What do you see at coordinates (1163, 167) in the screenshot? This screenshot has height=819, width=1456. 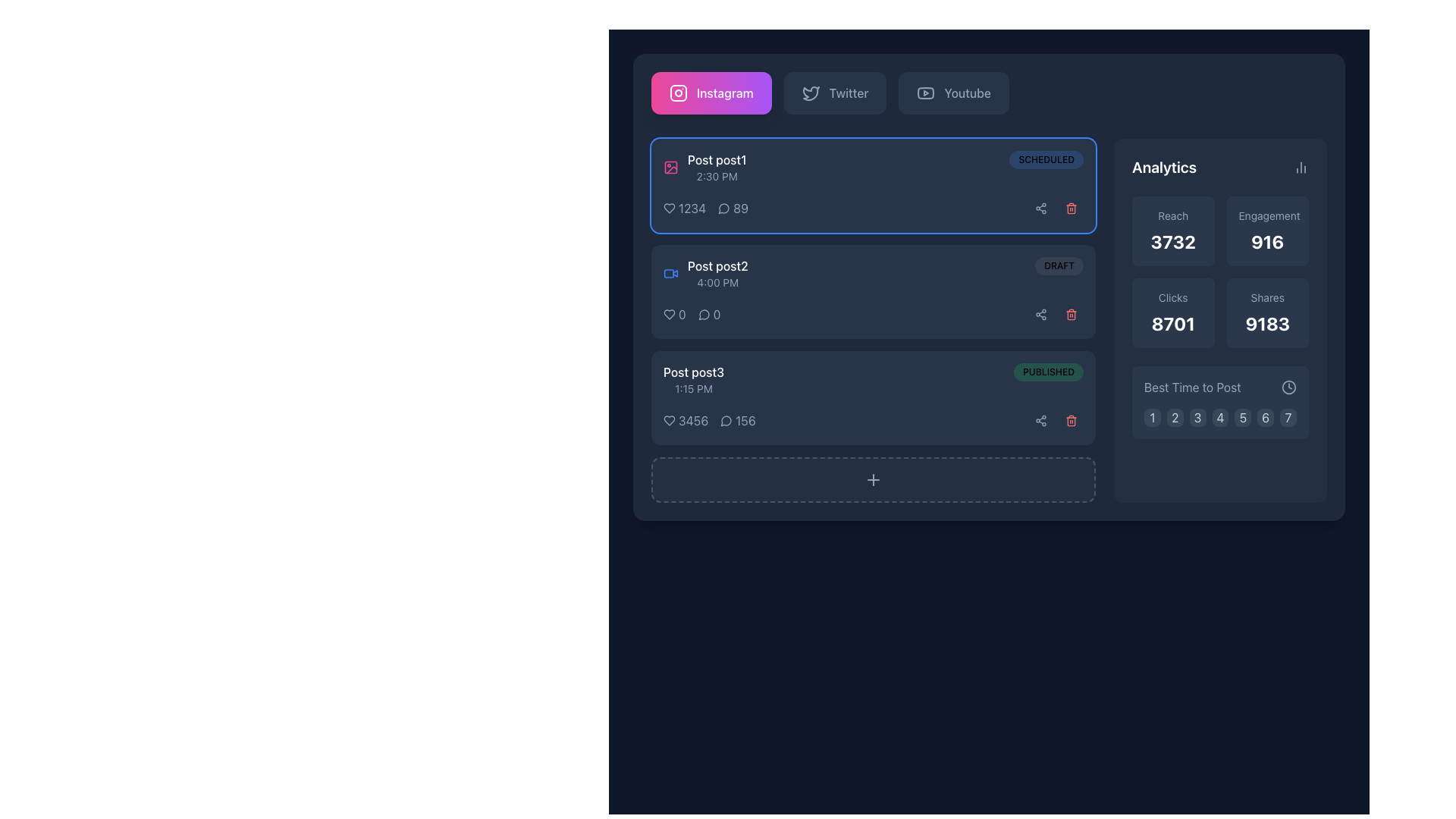 I see `the 'Analytics' text label displayed in large, bold, white font at the top-right corner of the analytics panel` at bounding box center [1163, 167].